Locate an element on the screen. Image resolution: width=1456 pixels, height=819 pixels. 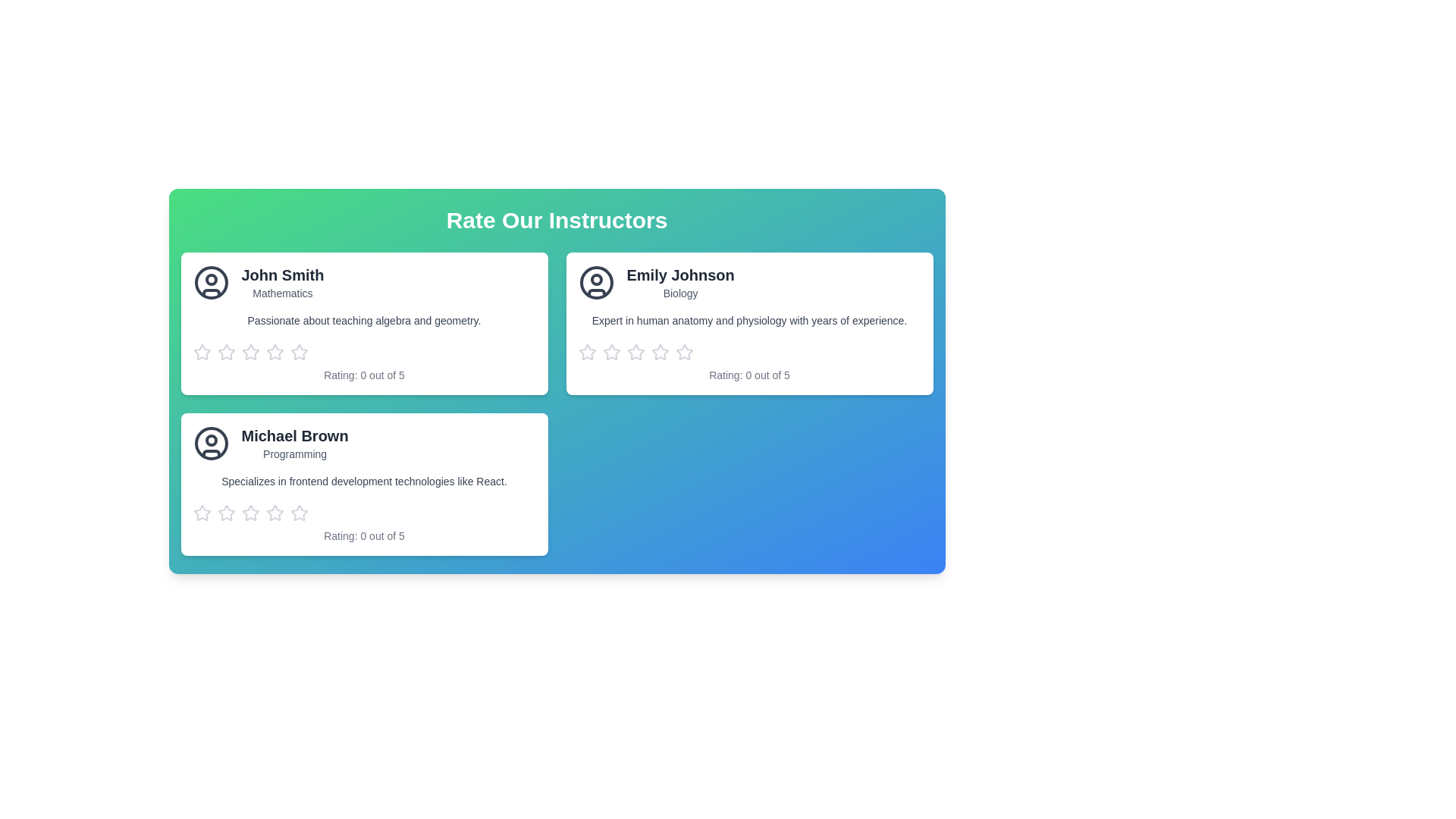
the first star rating icon is located at coordinates (250, 352).